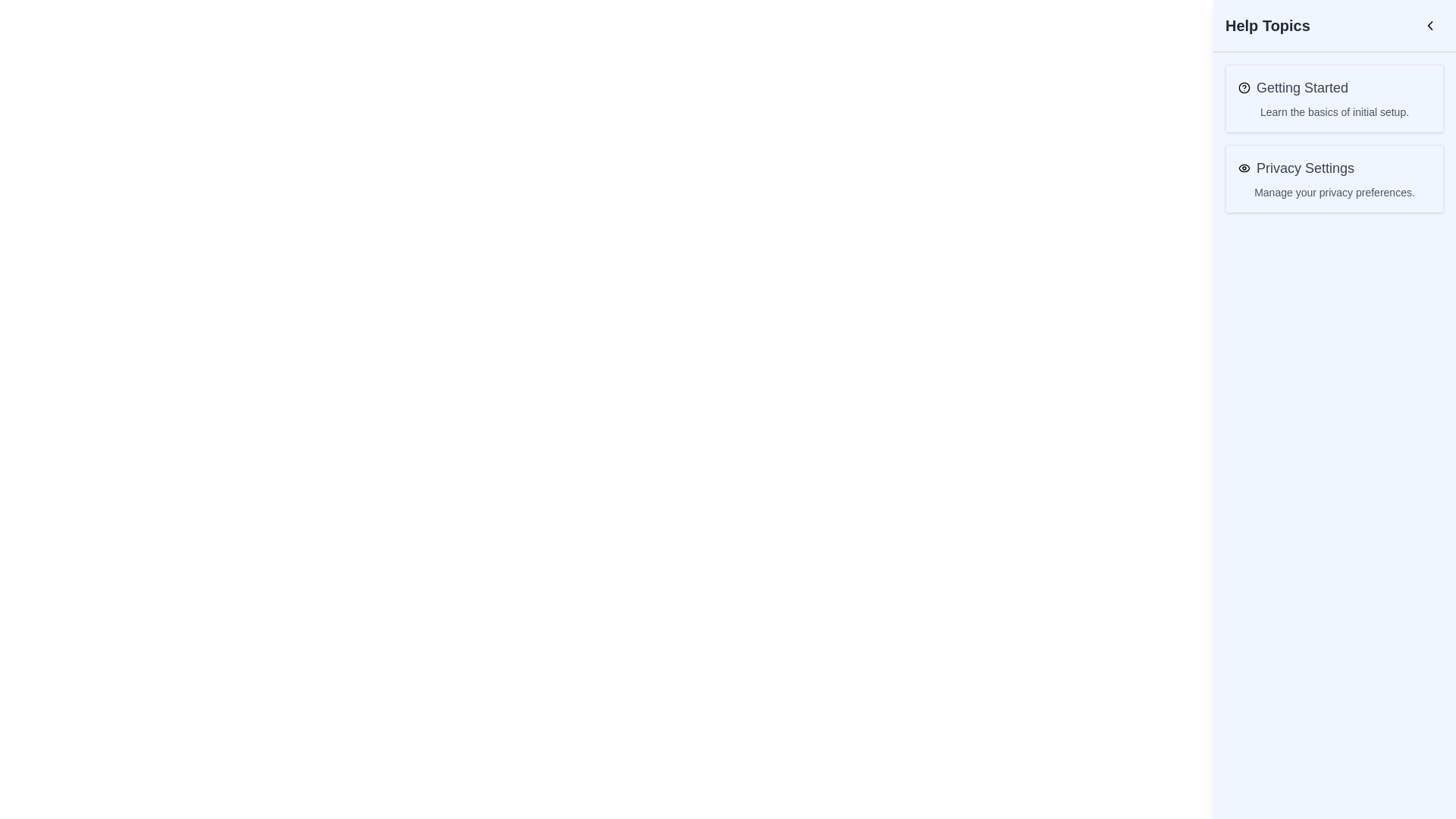 The height and width of the screenshot is (819, 1456). What do you see at coordinates (1335, 111) in the screenshot?
I see `text of the label displaying 'Learn the basics of initial setup.' located in the 'Getting Started' section of the 'Help Topics' menu` at bounding box center [1335, 111].